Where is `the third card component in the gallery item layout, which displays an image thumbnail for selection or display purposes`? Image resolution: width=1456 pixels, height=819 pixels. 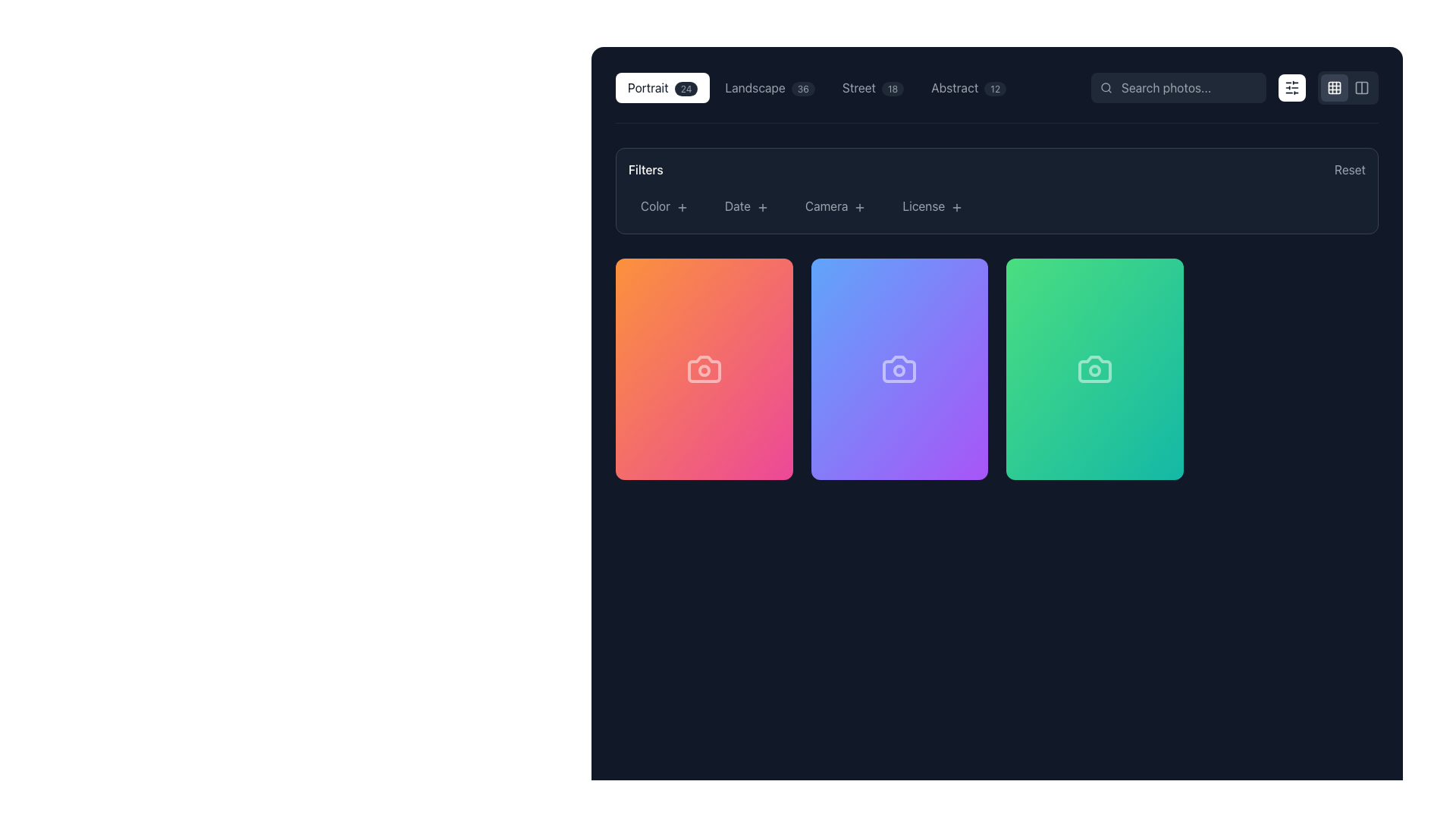 the third card component in the gallery item layout, which displays an image thumbnail for selection or display purposes is located at coordinates (1094, 369).